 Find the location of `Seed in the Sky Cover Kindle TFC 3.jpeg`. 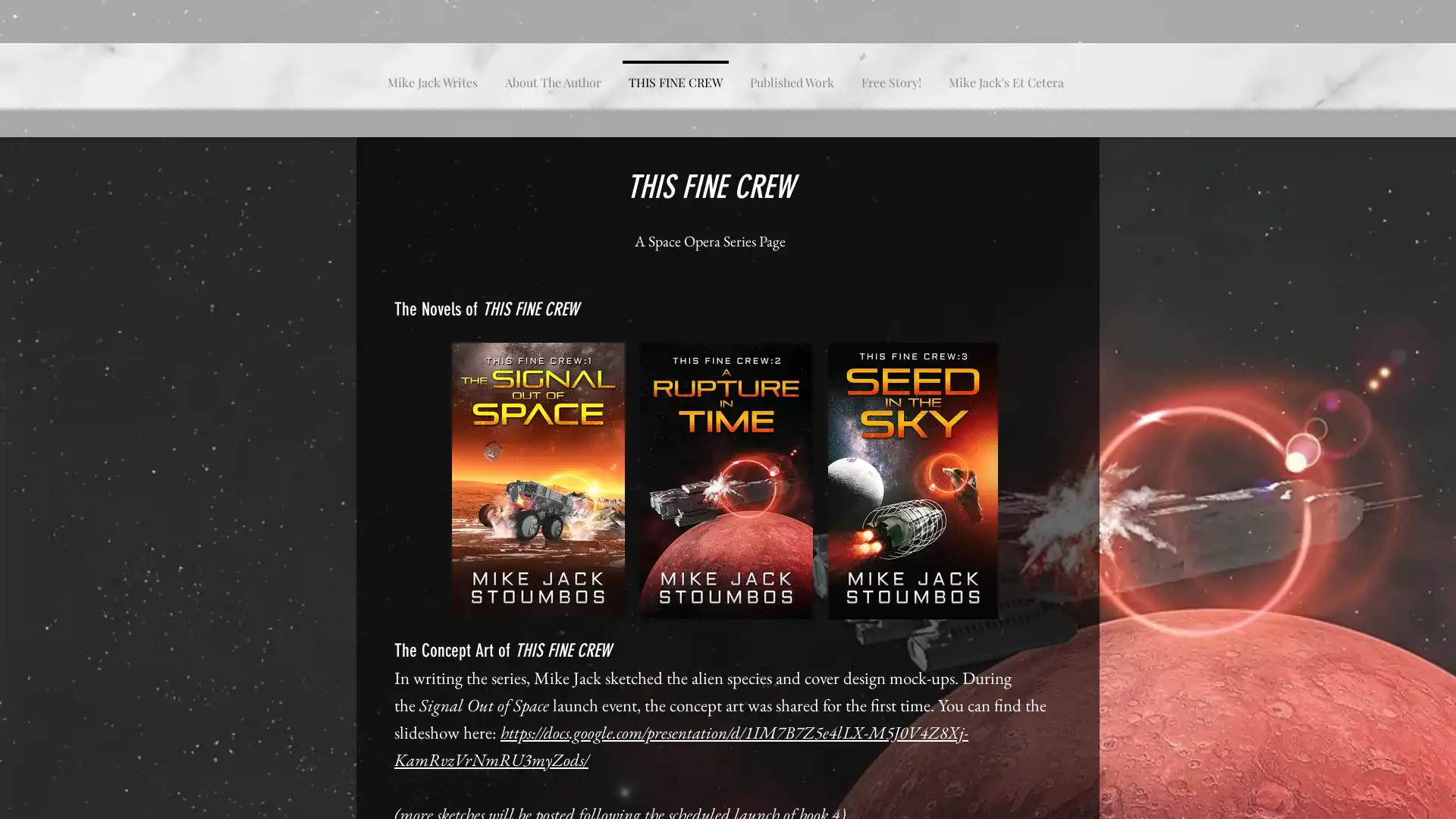

Seed in the Sky Cover Kindle TFC 3.jpeg is located at coordinates (912, 481).